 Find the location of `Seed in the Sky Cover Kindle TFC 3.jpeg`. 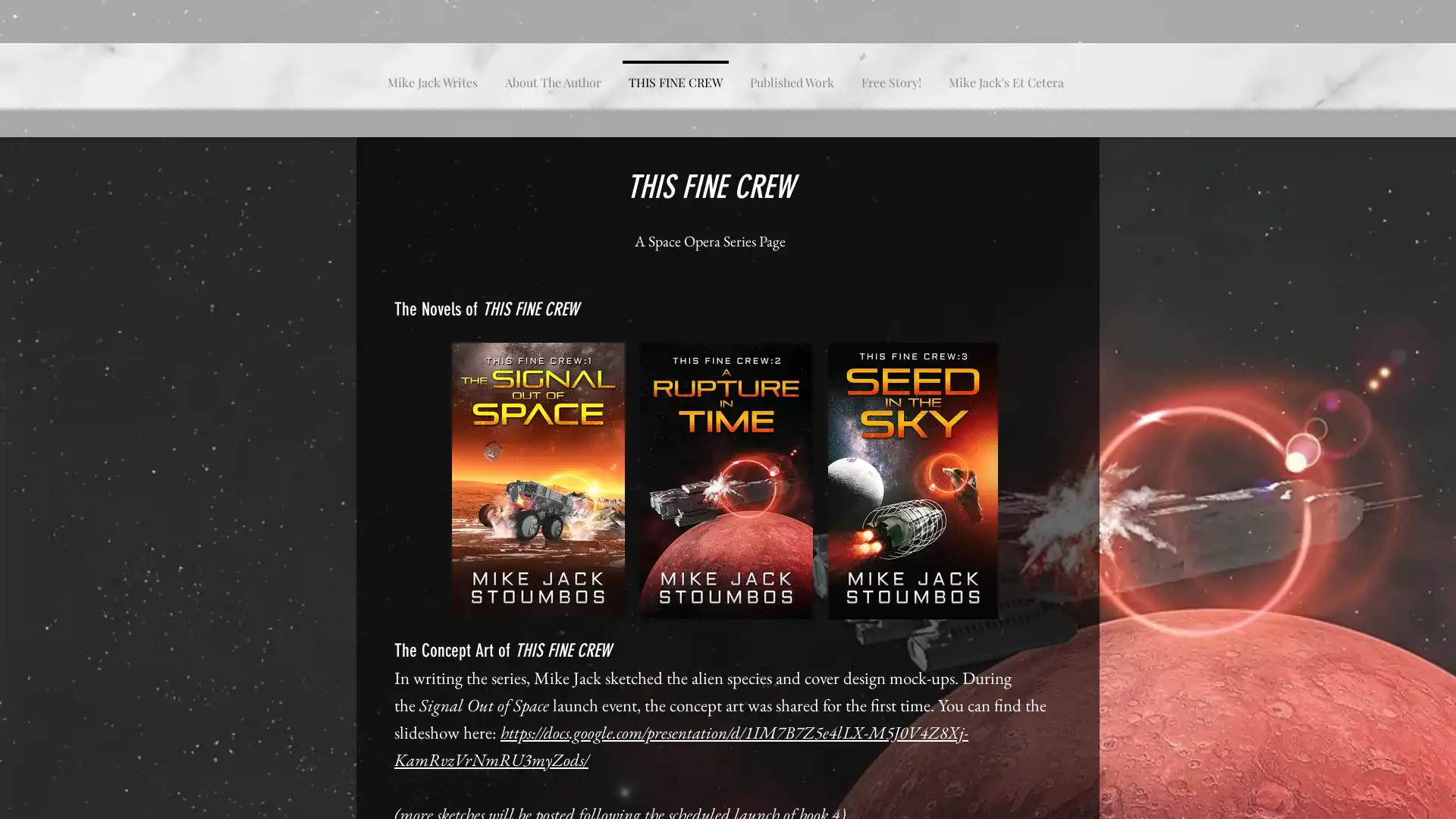

Seed in the Sky Cover Kindle TFC 3.jpeg is located at coordinates (912, 481).